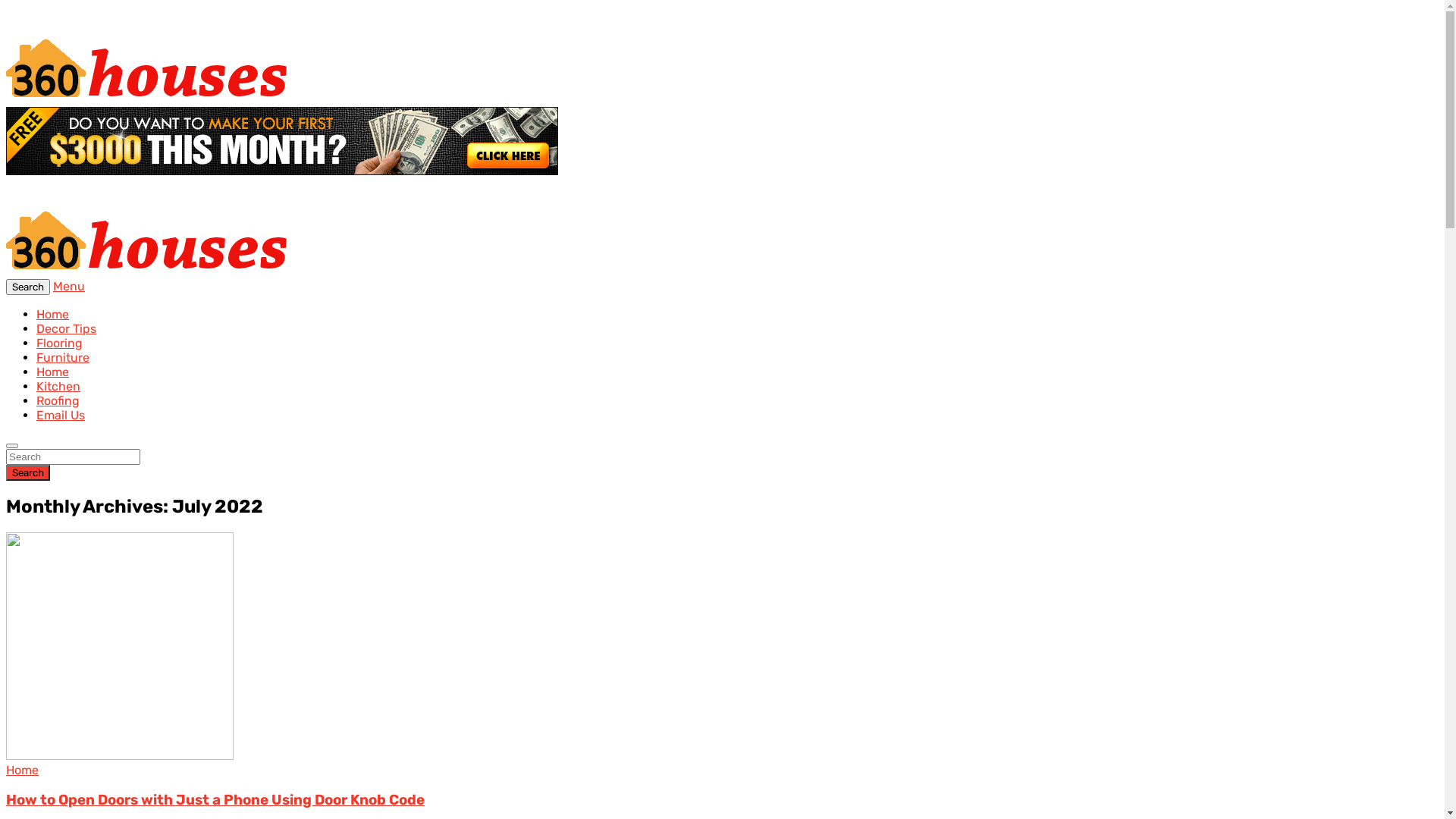 The image size is (1456, 819). I want to click on 'Search', so click(28, 287).